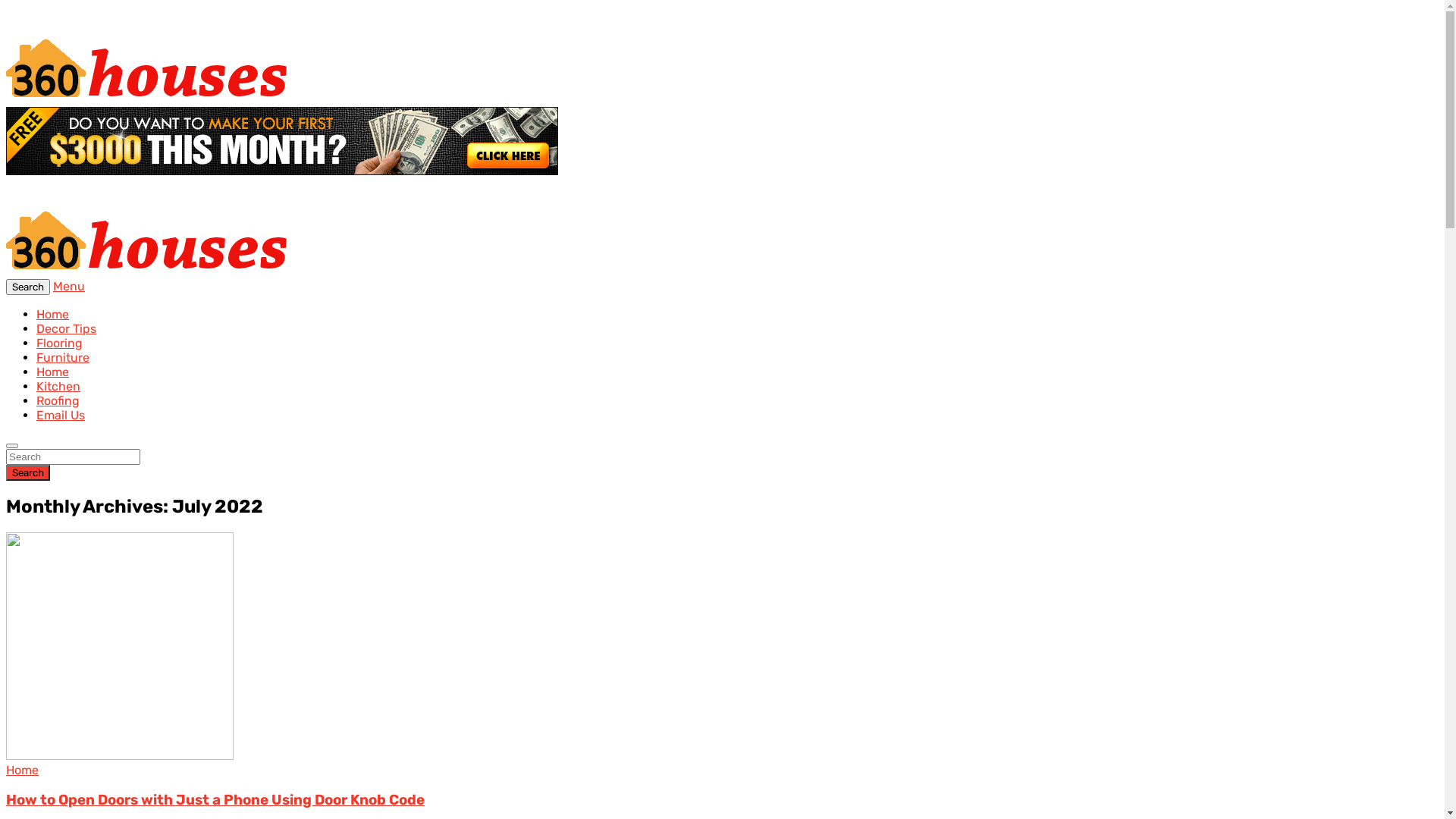 The image size is (1456, 819). I want to click on 'Search', so click(28, 287).